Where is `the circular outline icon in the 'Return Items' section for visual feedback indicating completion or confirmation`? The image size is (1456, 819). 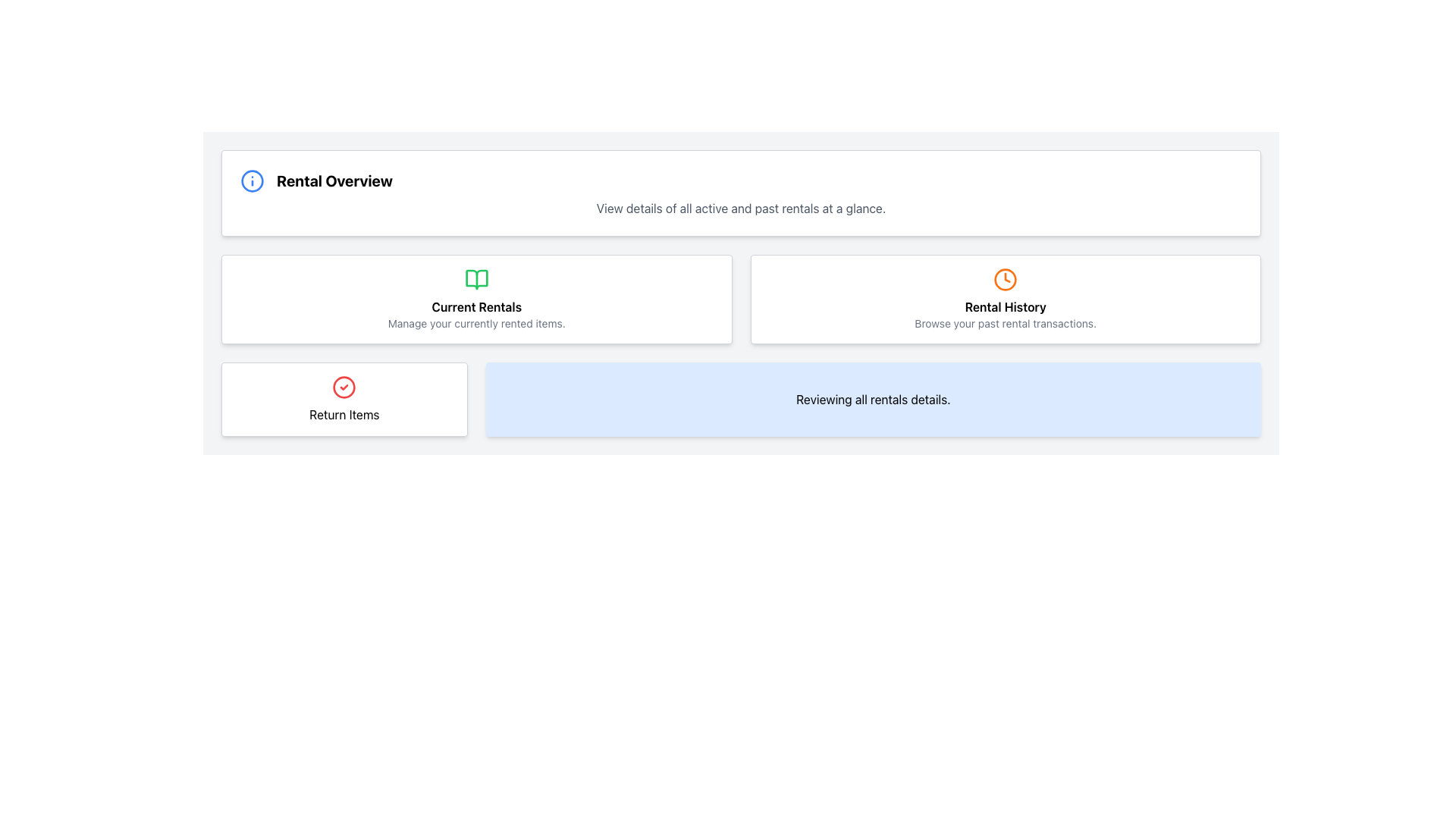
the circular outline icon in the 'Return Items' section for visual feedback indicating completion or confirmation is located at coordinates (344, 386).